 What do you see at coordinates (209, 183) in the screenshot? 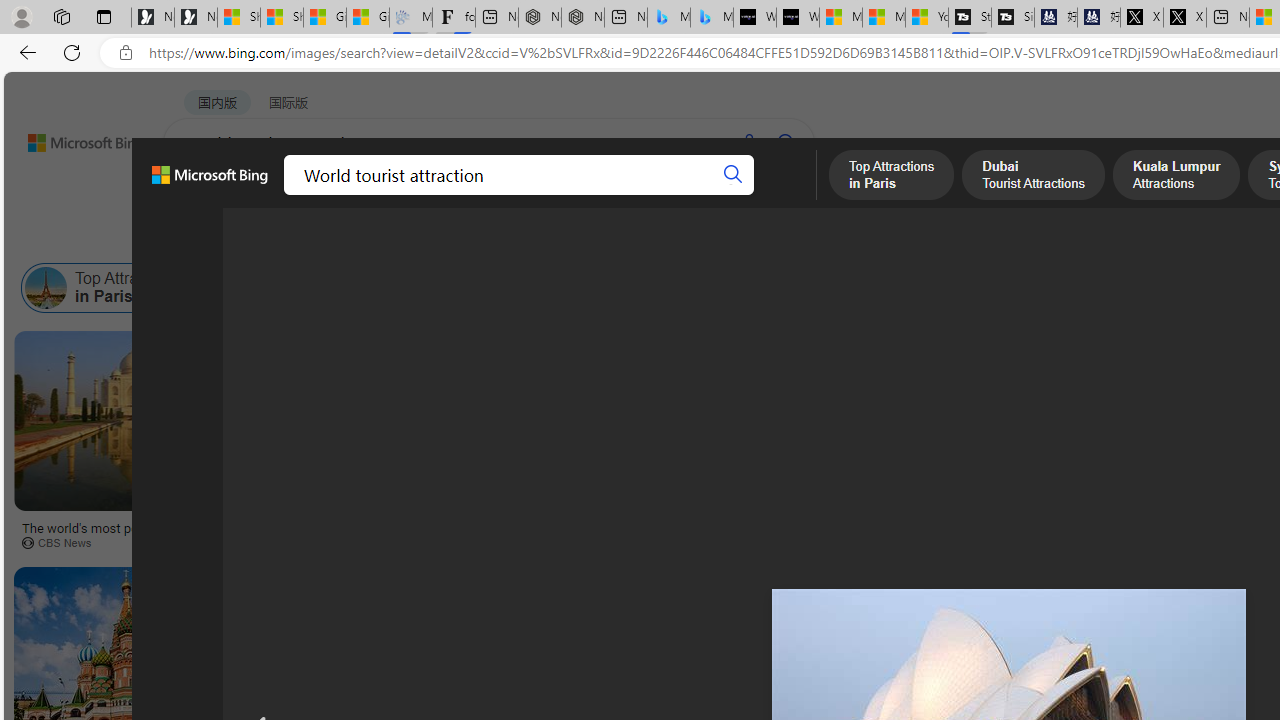
I see `'Microsoft Bing, Back to Bing search'` at bounding box center [209, 183].